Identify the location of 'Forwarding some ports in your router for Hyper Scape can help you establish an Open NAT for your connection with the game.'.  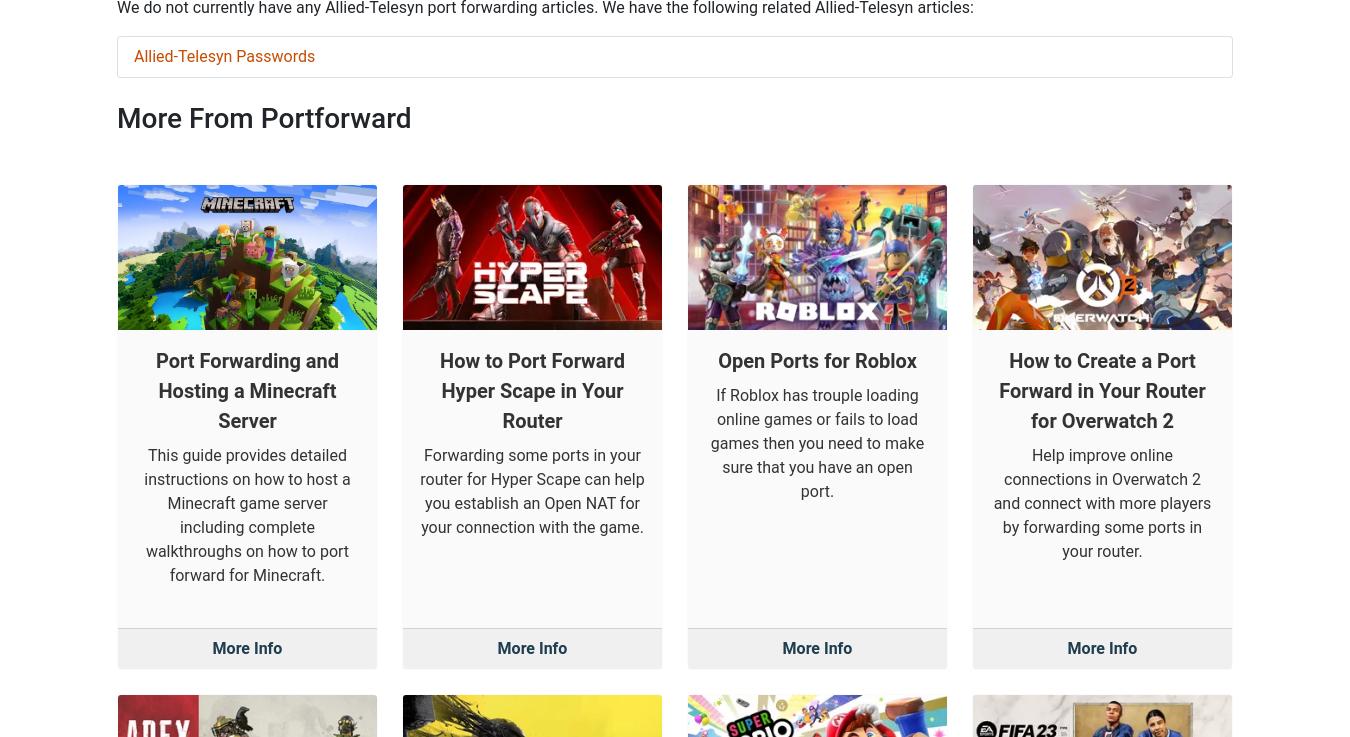
(531, 297).